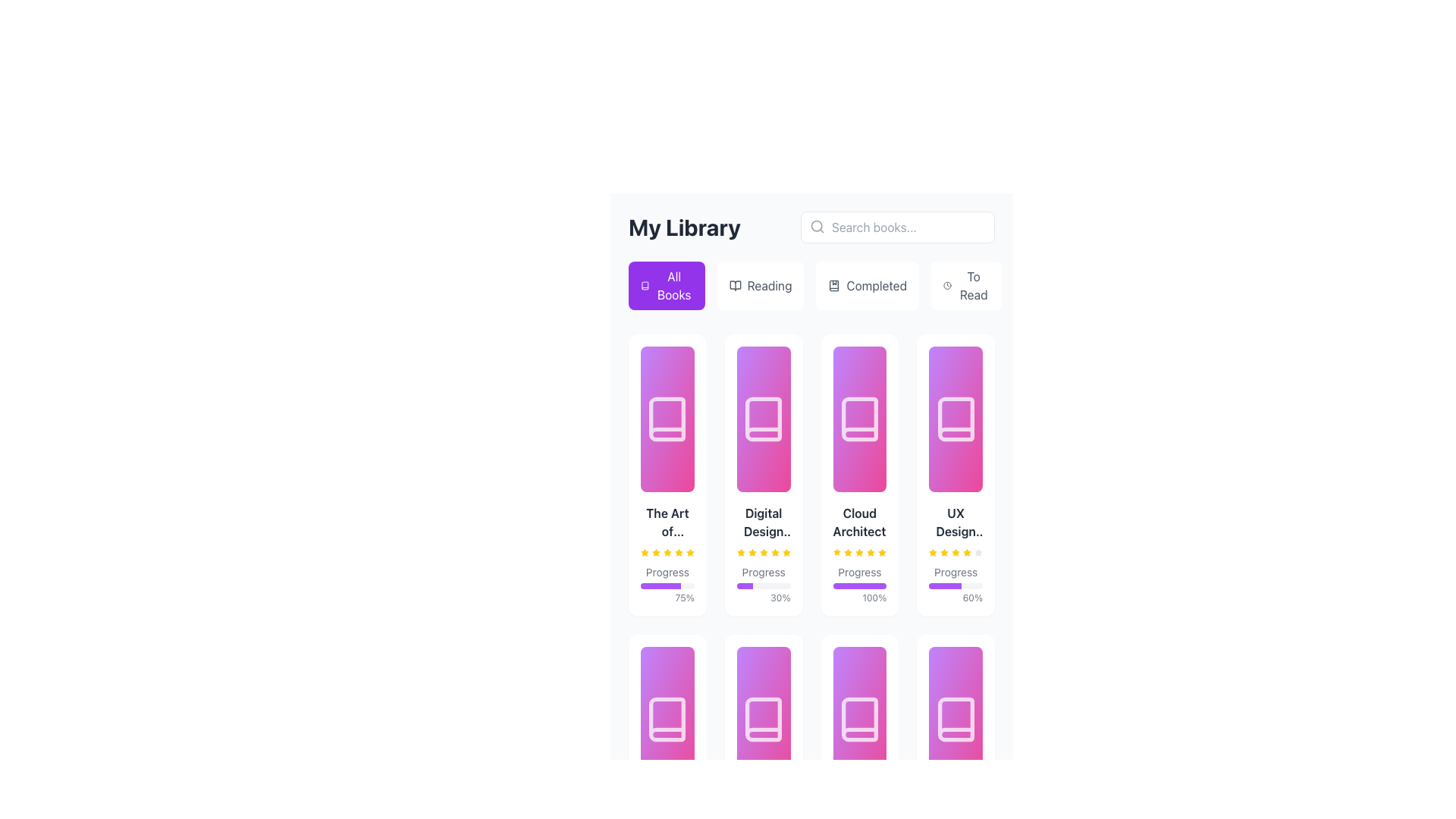 The width and height of the screenshot is (1456, 819). What do you see at coordinates (656, 552) in the screenshot?
I see `the second star icon in the rating component, which is filled in yellow and part of the rating stars below the title 'The Art of...' in the first book card` at bounding box center [656, 552].